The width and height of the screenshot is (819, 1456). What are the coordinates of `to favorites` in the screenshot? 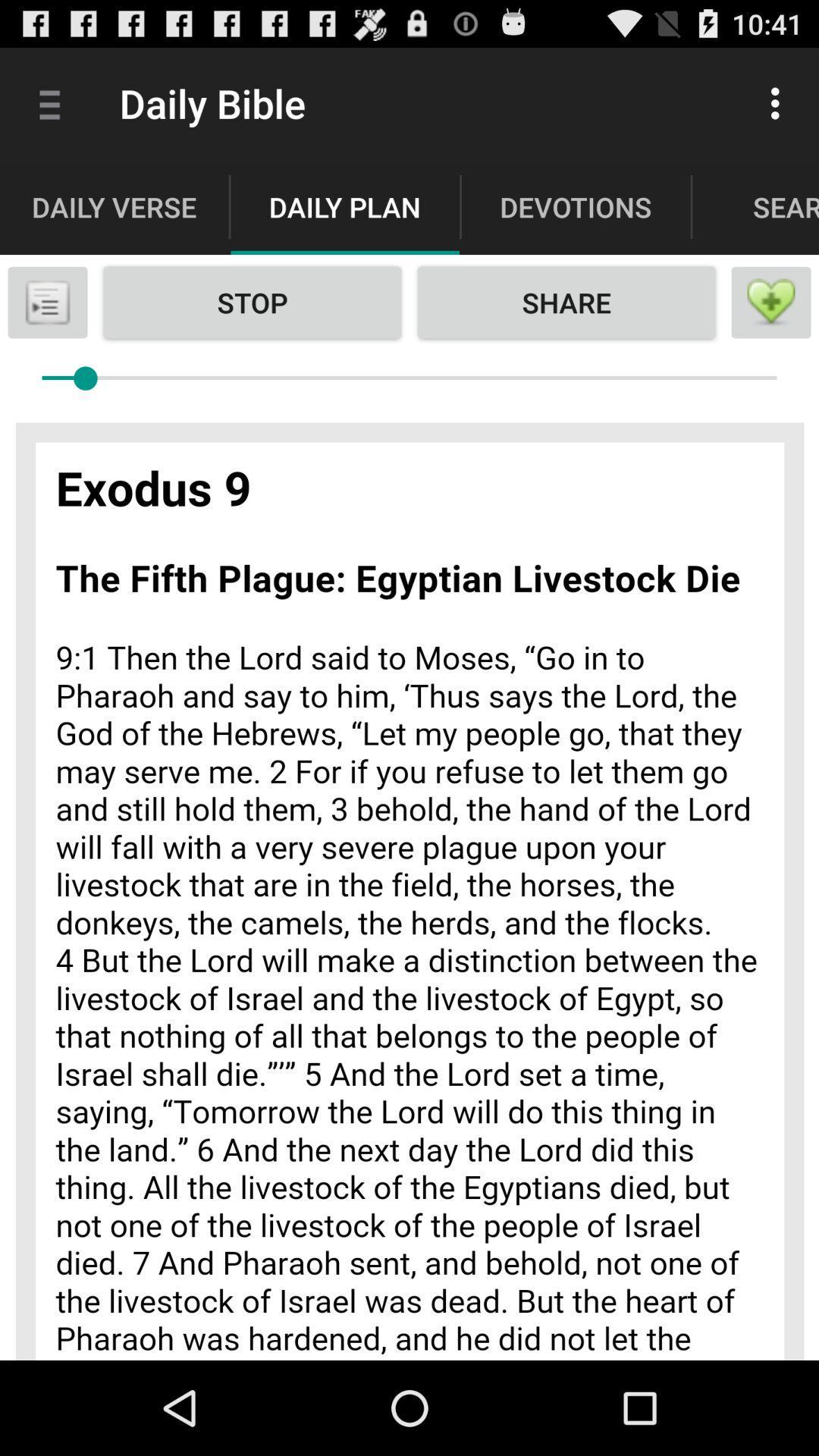 It's located at (771, 302).